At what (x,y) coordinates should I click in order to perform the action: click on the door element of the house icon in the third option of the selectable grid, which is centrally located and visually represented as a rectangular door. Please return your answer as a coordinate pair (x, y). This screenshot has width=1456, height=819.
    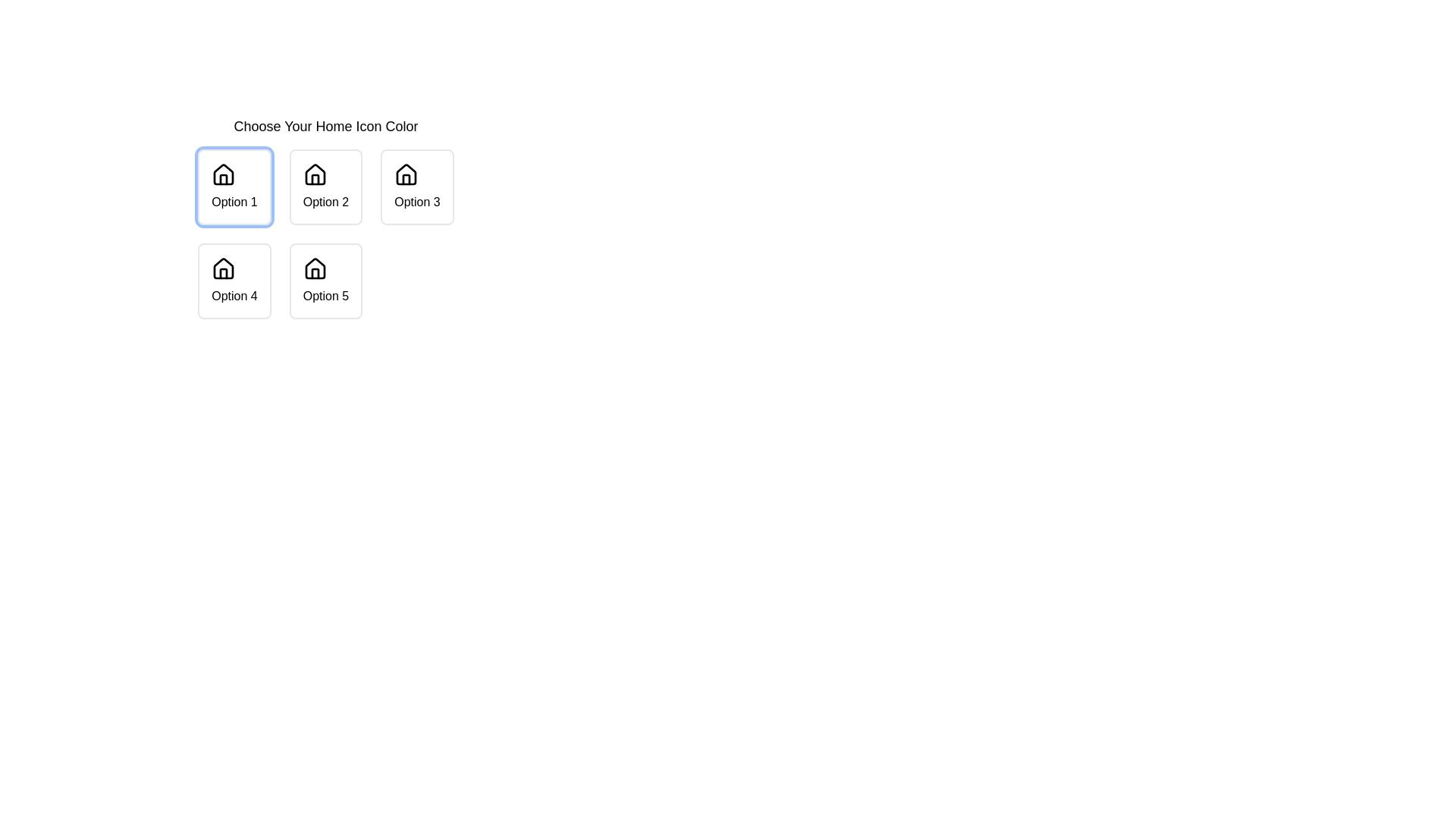
    Looking at the image, I should click on (406, 178).